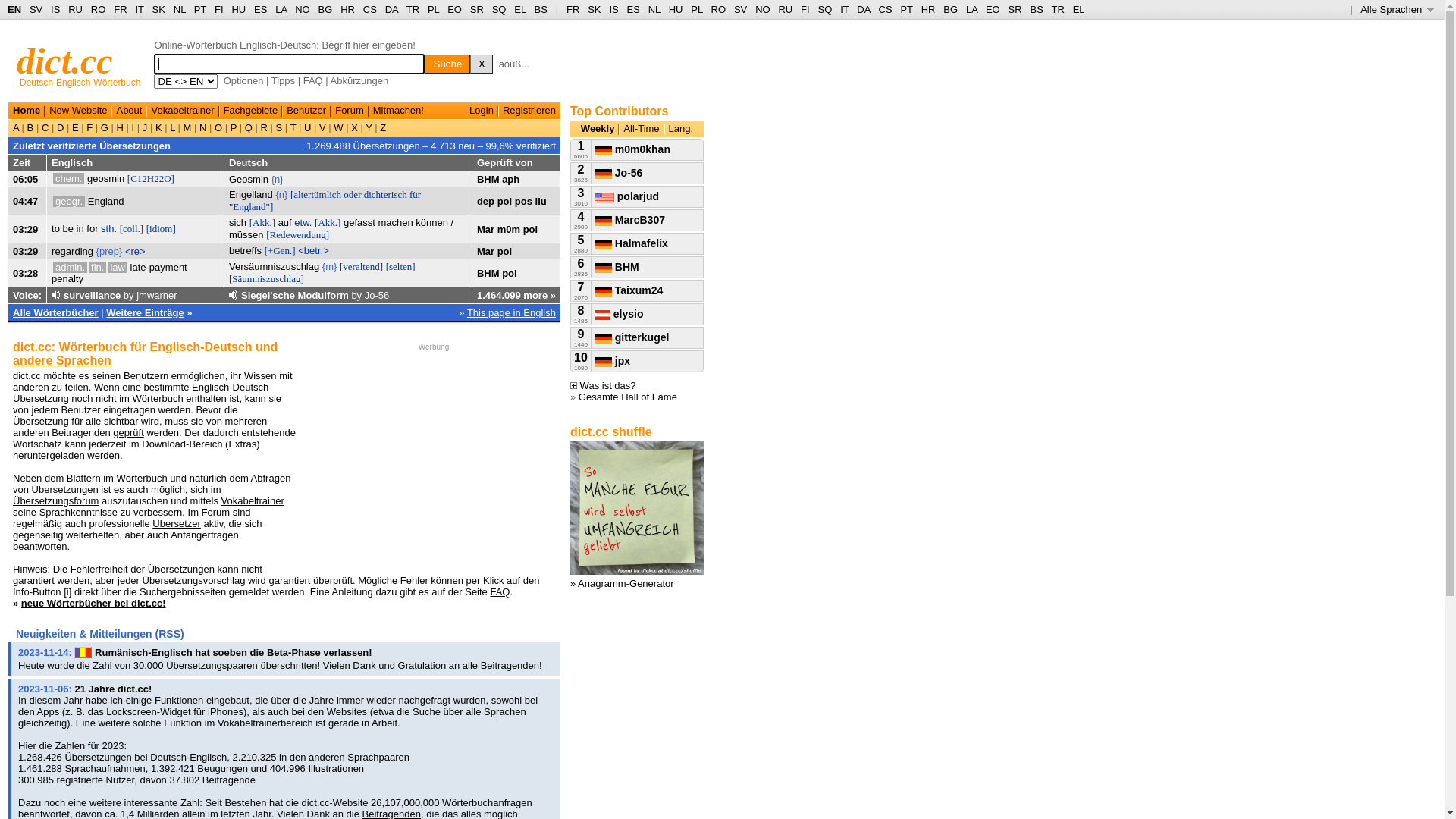 This screenshot has width=1456, height=819. What do you see at coordinates (863, 9) in the screenshot?
I see `'DA'` at bounding box center [863, 9].